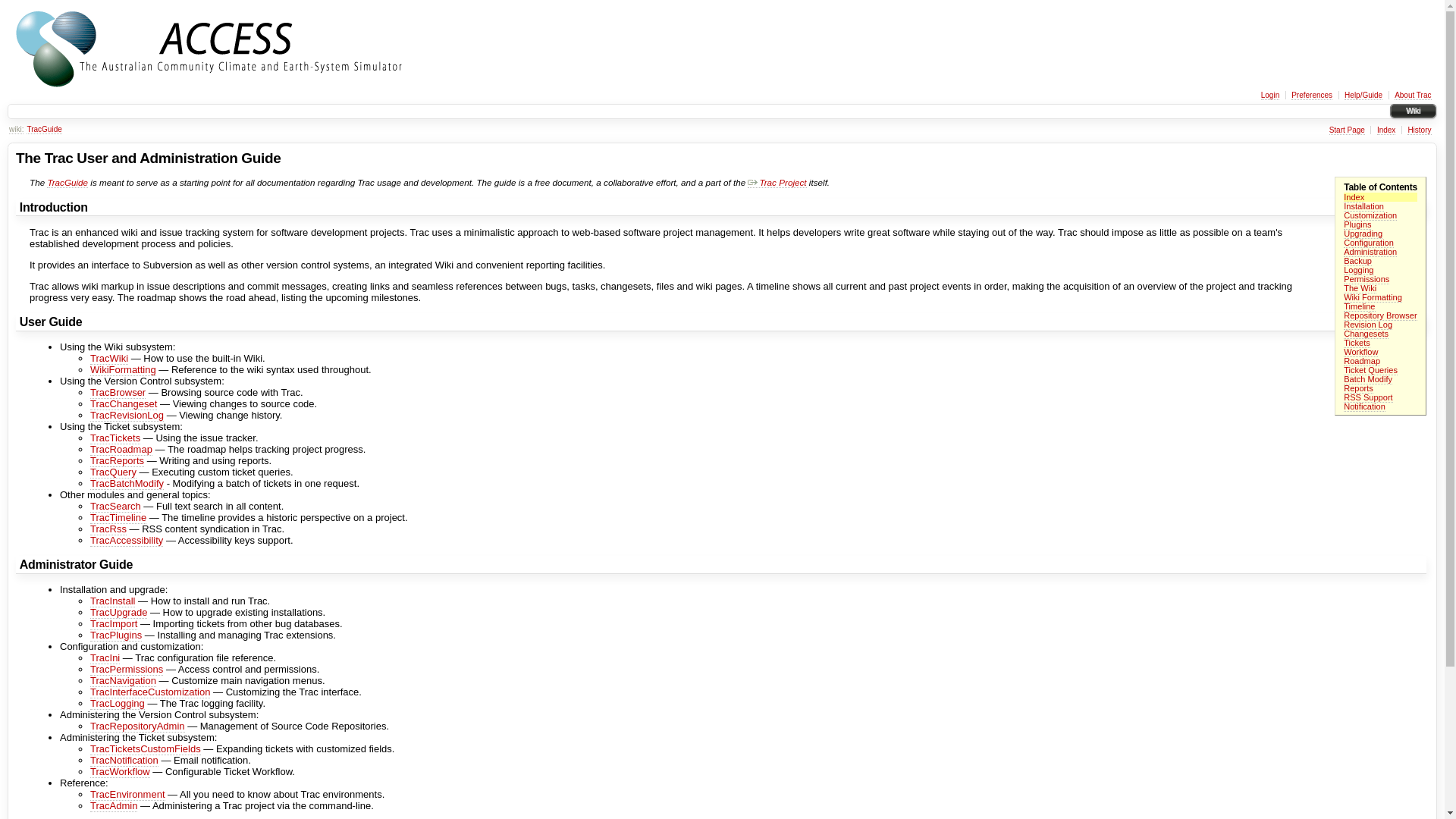 The width and height of the screenshot is (1456, 819). What do you see at coordinates (1343, 224) in the screenshot?
I see `'Plugins'` at bounding box center [1343, 224].